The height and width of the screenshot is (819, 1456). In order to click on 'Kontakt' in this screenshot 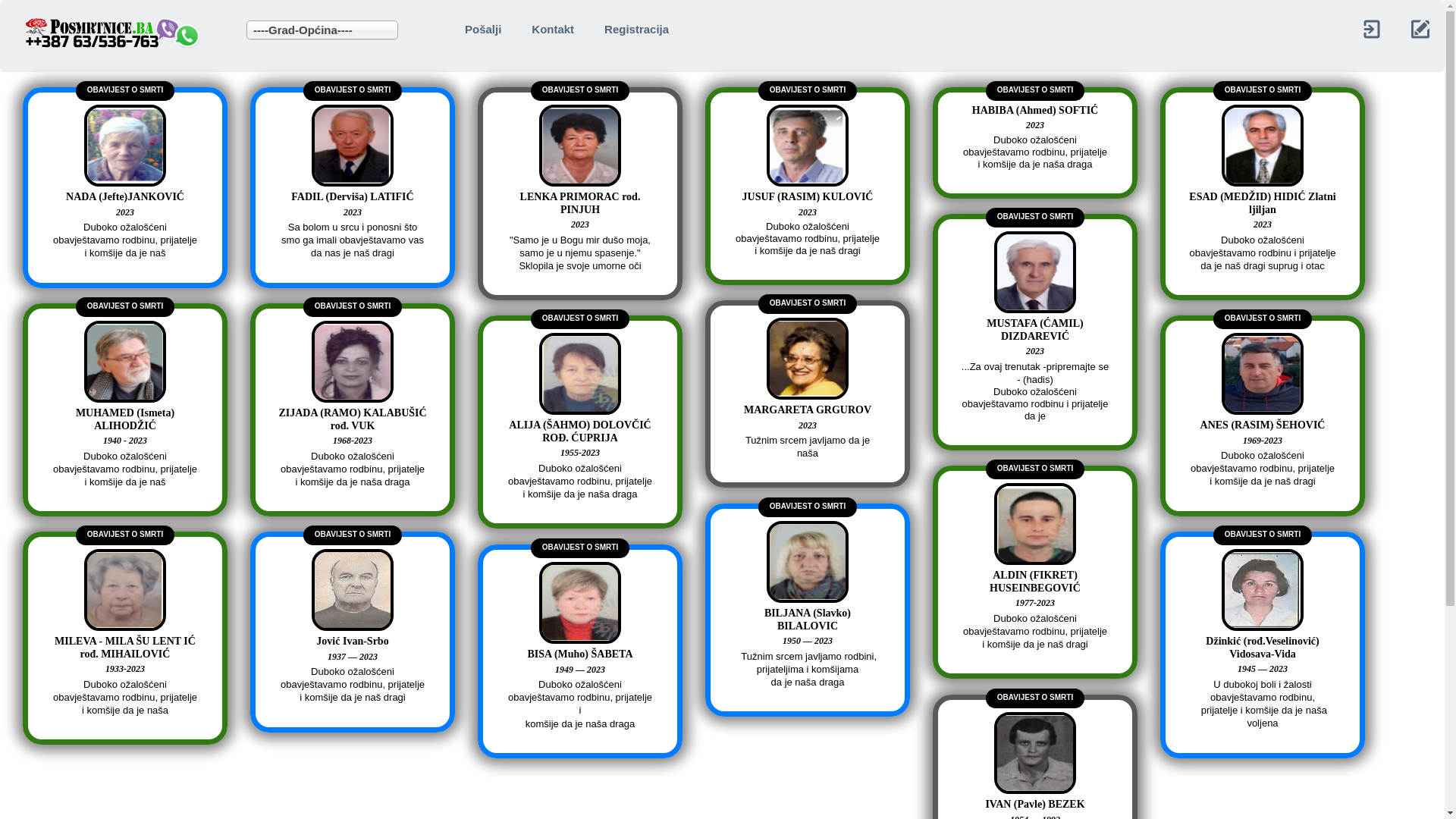, I will do `click(552, 29)`.